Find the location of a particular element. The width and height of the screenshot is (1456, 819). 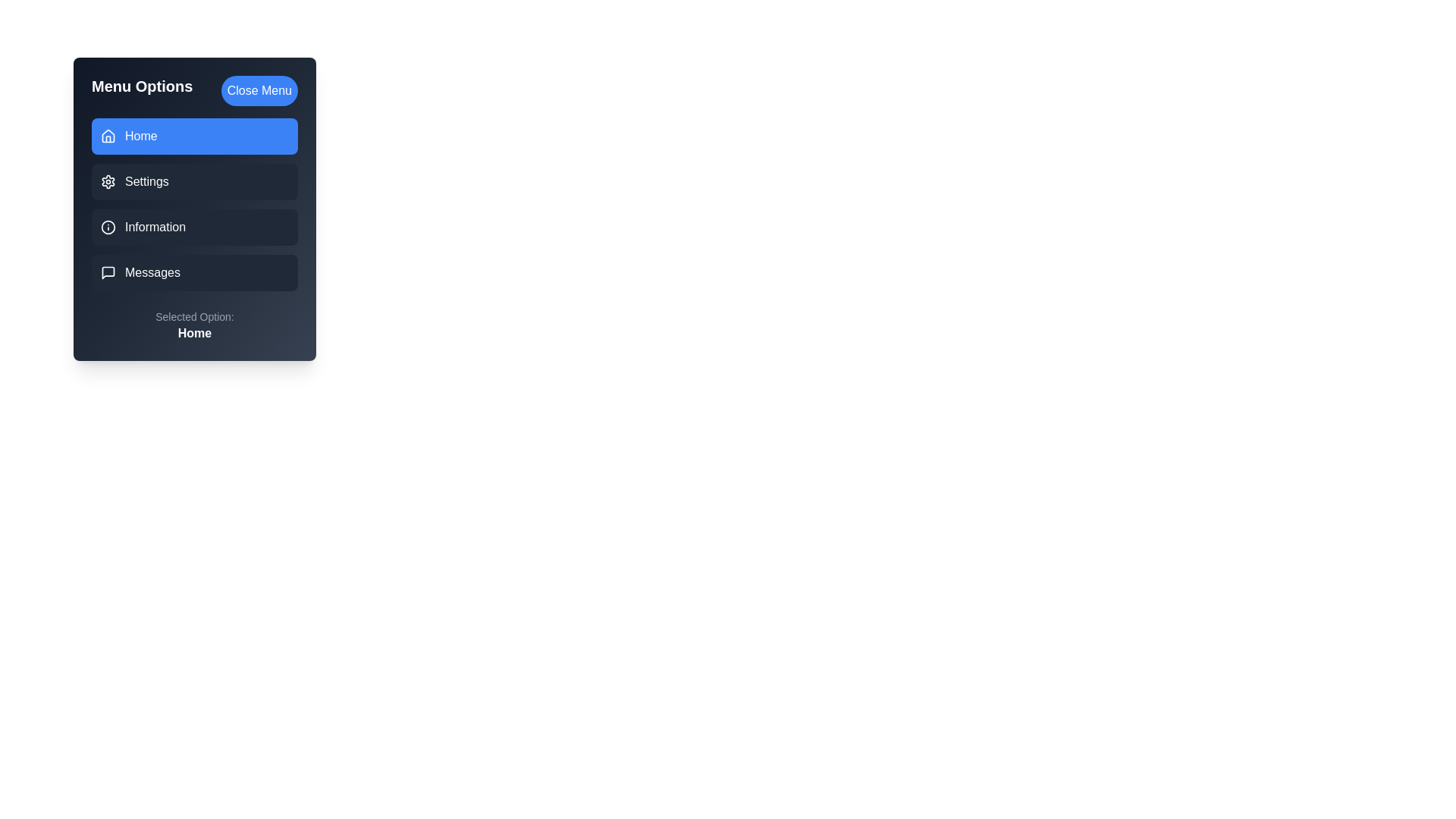

the visual representation of the '!' icon within the gray rectangular button labeled 'Information', which is the third entry in the vertical menu list is located at coordinates (108, 227).